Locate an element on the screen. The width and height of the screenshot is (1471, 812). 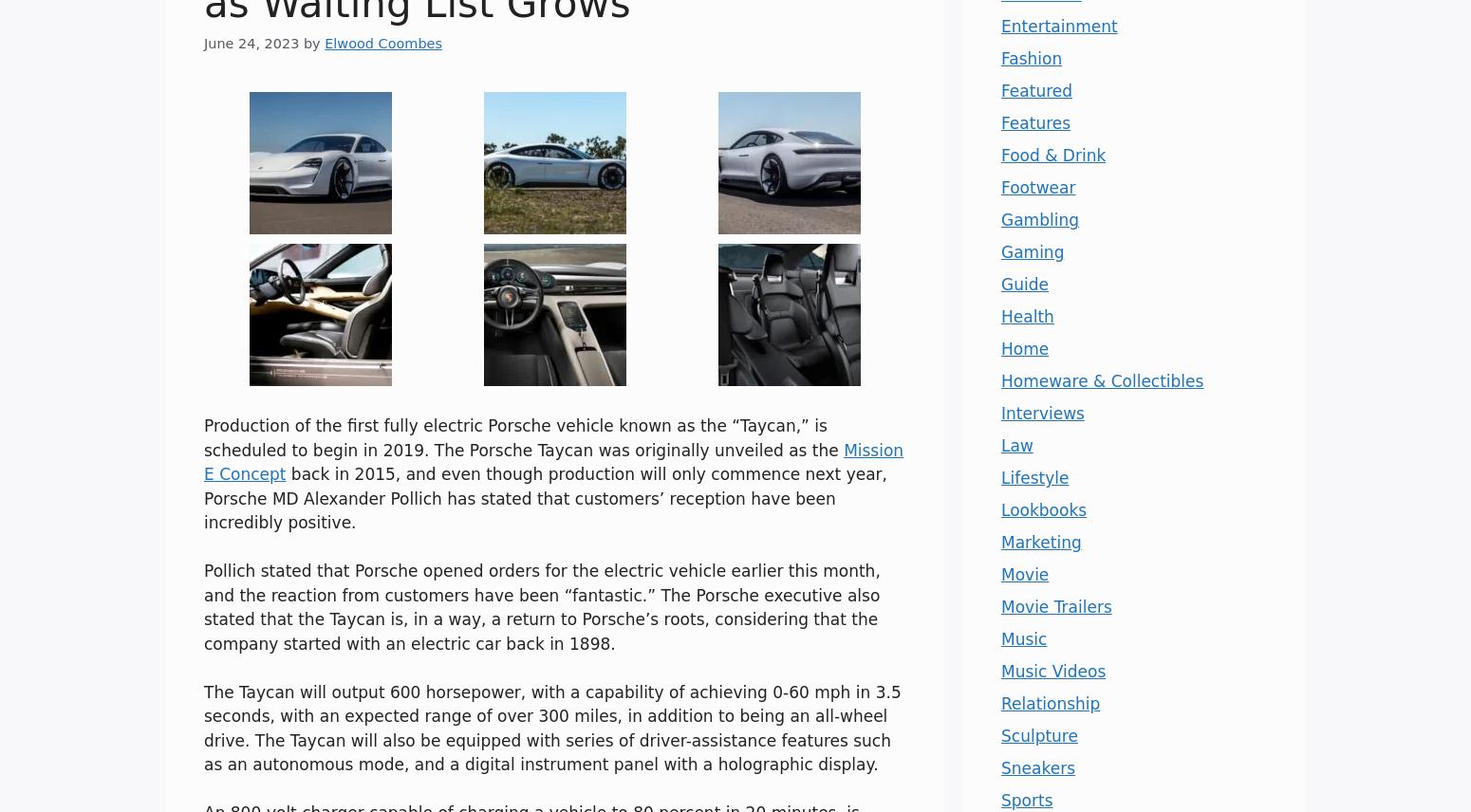
'The Taycan will output 600 horsepower, with a capability of achieving 0-60 mph in 3.5 seconds, with an expected range of over 300 miles, in addition to being an all-wheel drive. The Taycan will also be equipped with series of driver-assistance features such as an autonomous mode, and a digital instrument panel with a holographic display.' is located at coordinates (202, 727).